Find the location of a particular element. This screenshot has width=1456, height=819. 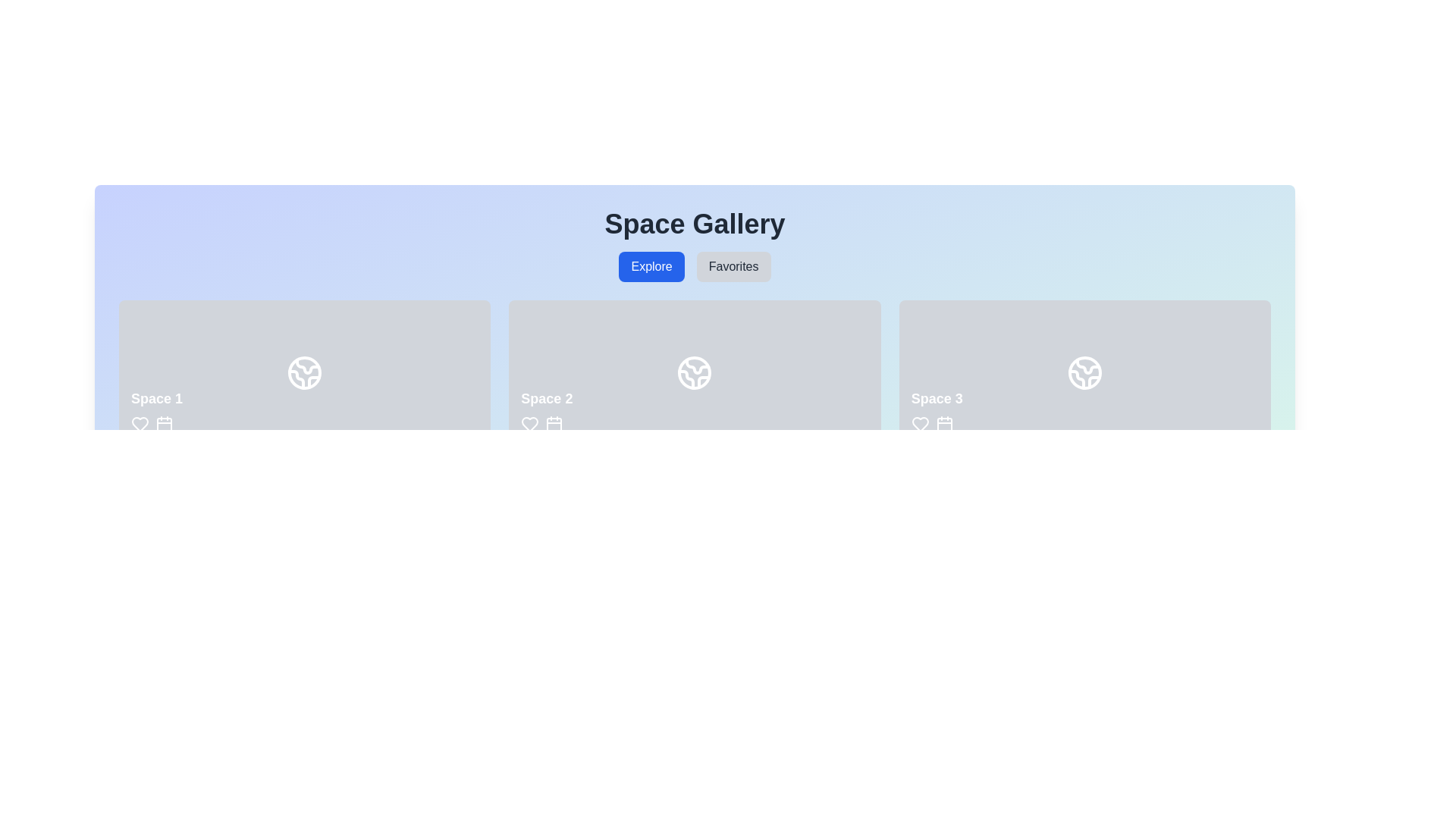

the favorited state toggle icon located below the 'Space 1' card in the Space Gallery, to the left of the calendar icon is located at coordinates (140, 424).